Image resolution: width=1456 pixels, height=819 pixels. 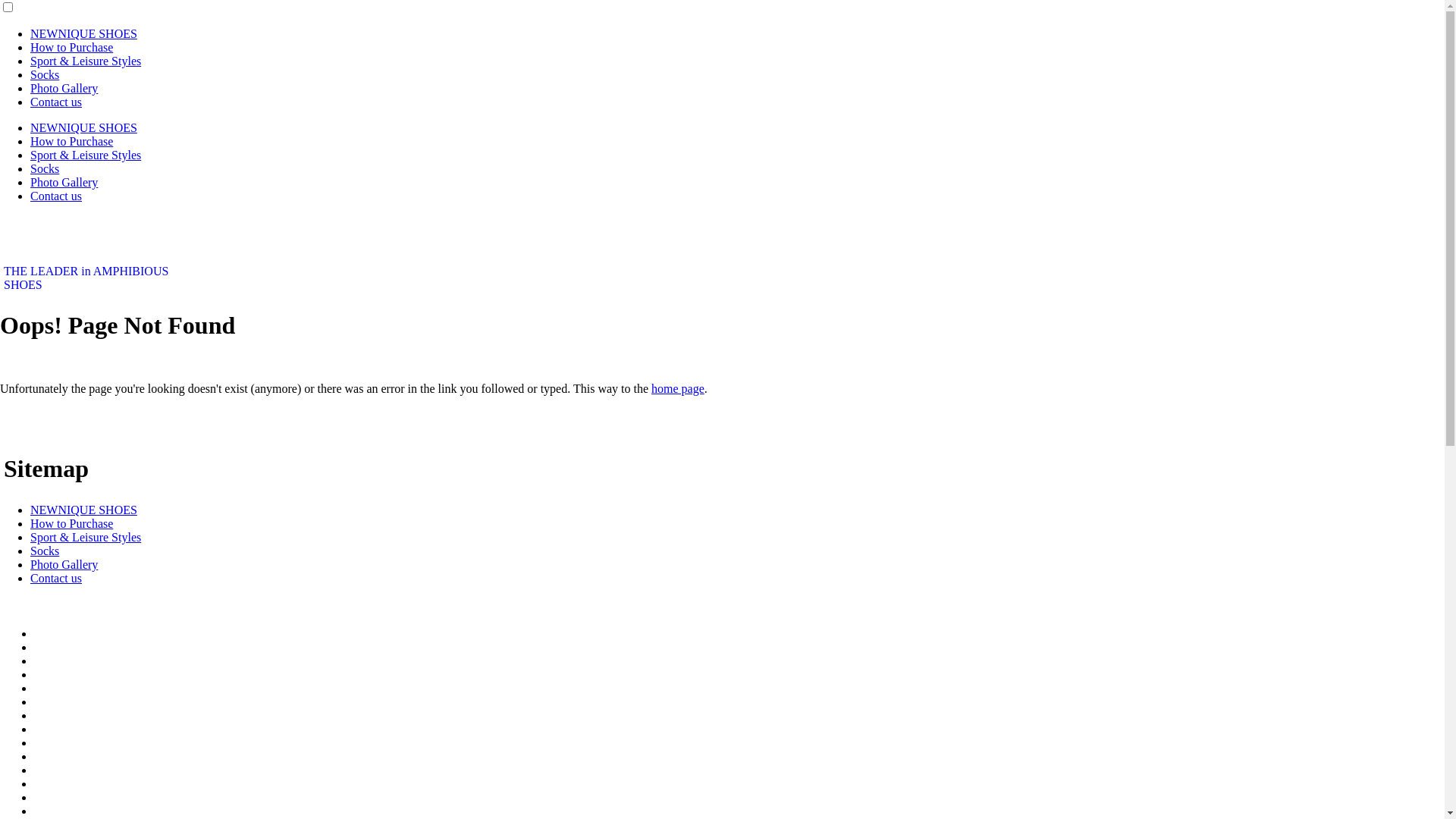 What do you see at coordinates (71, 141) in the screenshot?
I see `'How to Purchase'` at bounding box center [71, 141].